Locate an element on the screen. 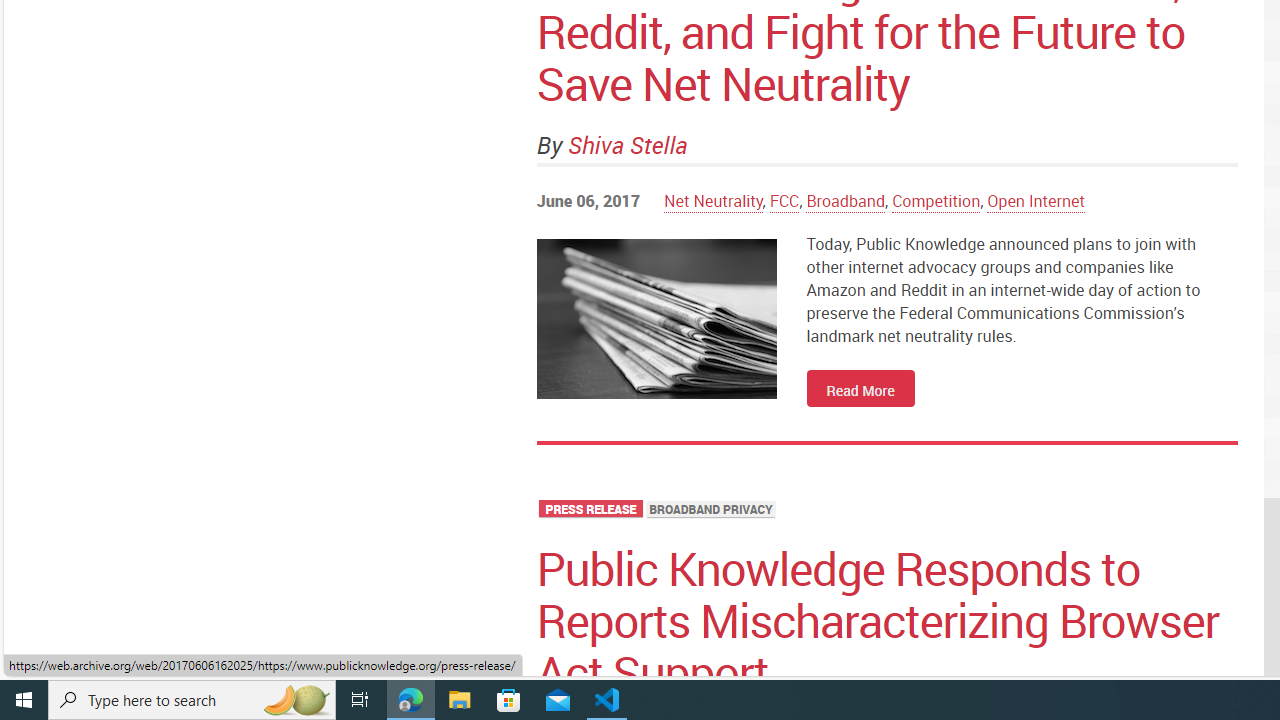 This screenshot has width=1280, height=720. 'Read More' is located at coordinates (860, 387).